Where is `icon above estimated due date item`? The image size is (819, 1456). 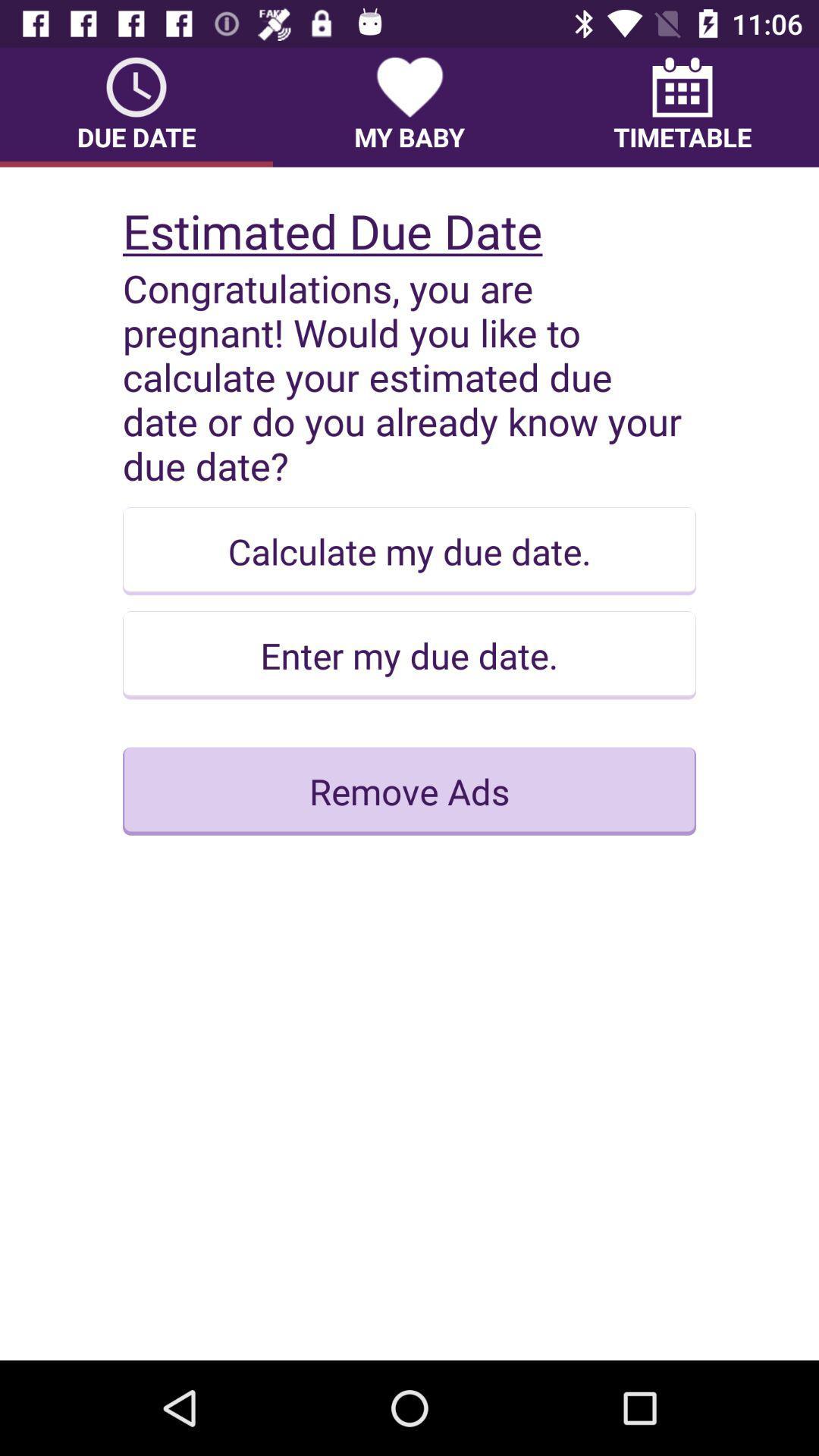 icon above estimated due date item is located at coordinates (409, 106).